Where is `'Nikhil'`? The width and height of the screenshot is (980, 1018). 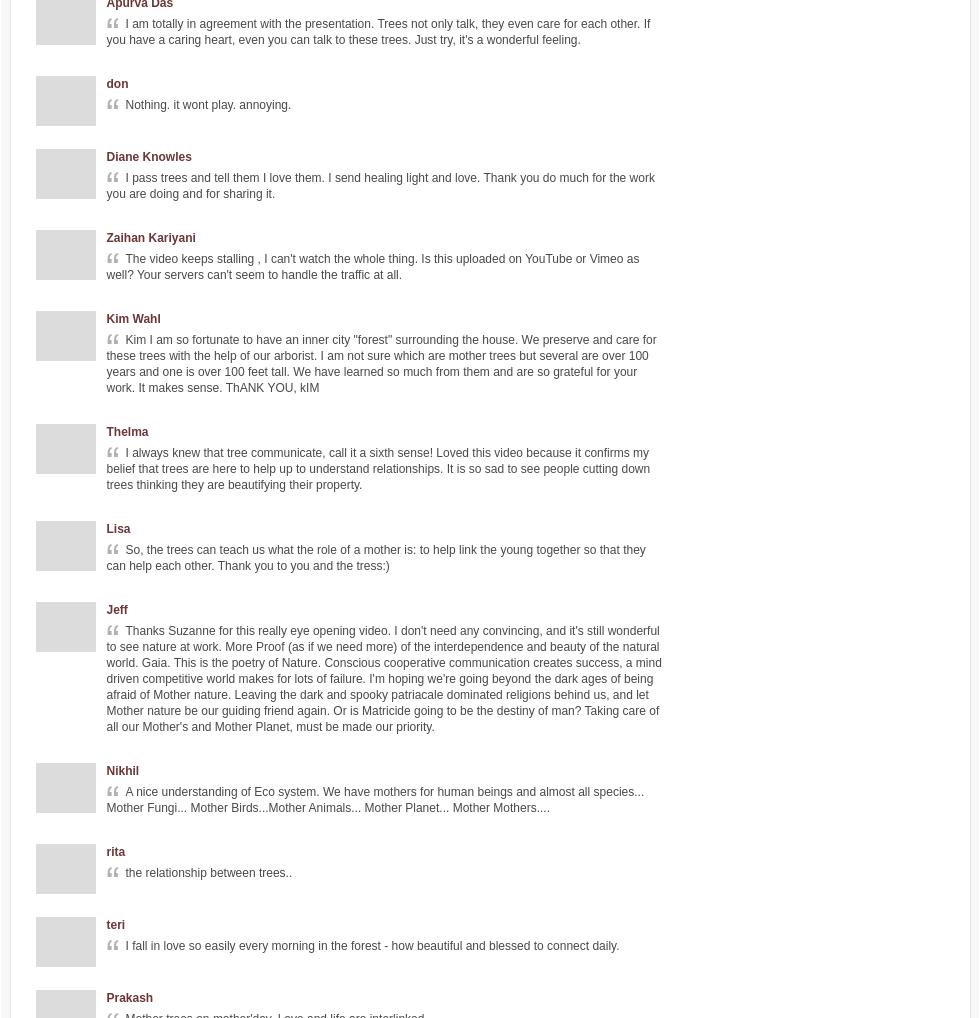
'Nikhil' is located at coordinates (106, 771).